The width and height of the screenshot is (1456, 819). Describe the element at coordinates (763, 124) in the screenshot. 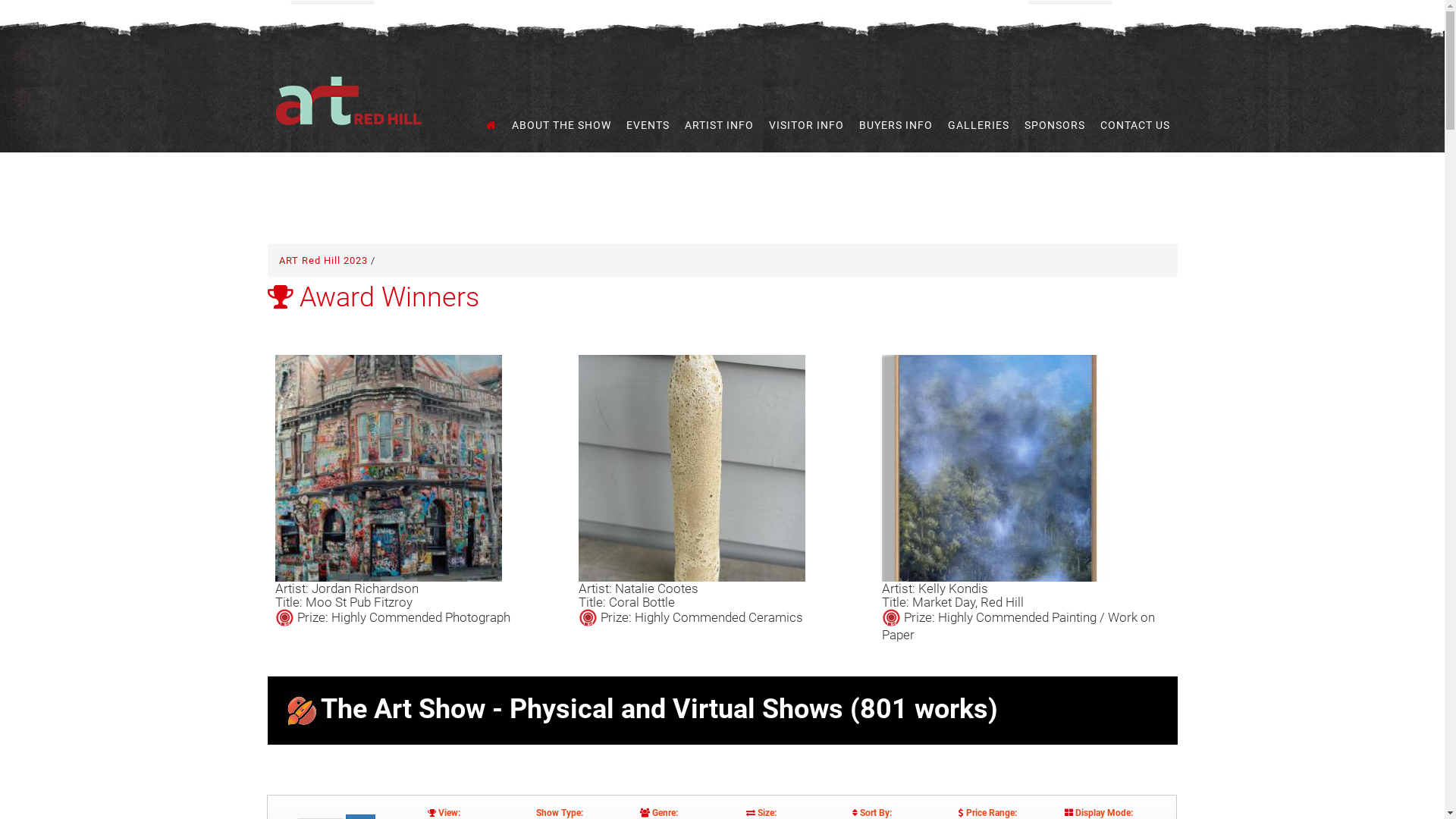

I see `'VISITOR INFO'` at that location.